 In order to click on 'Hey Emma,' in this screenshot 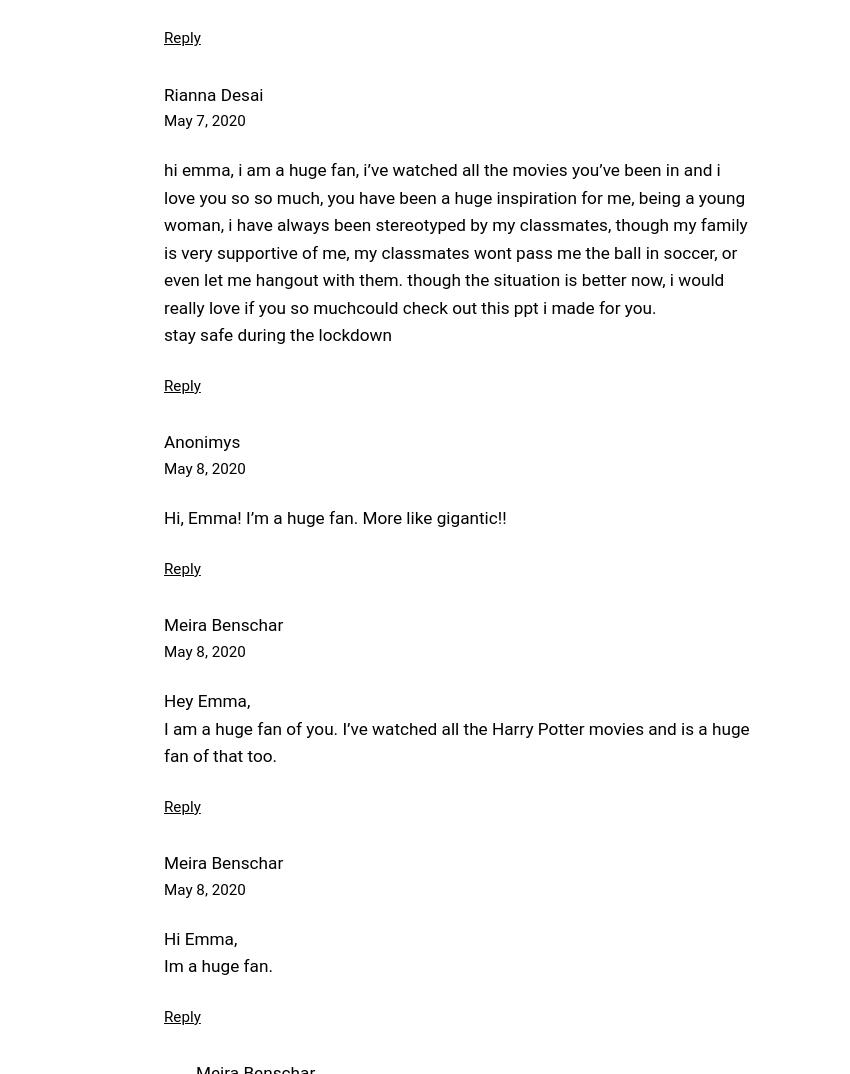, I will do `click(163, 700)`.